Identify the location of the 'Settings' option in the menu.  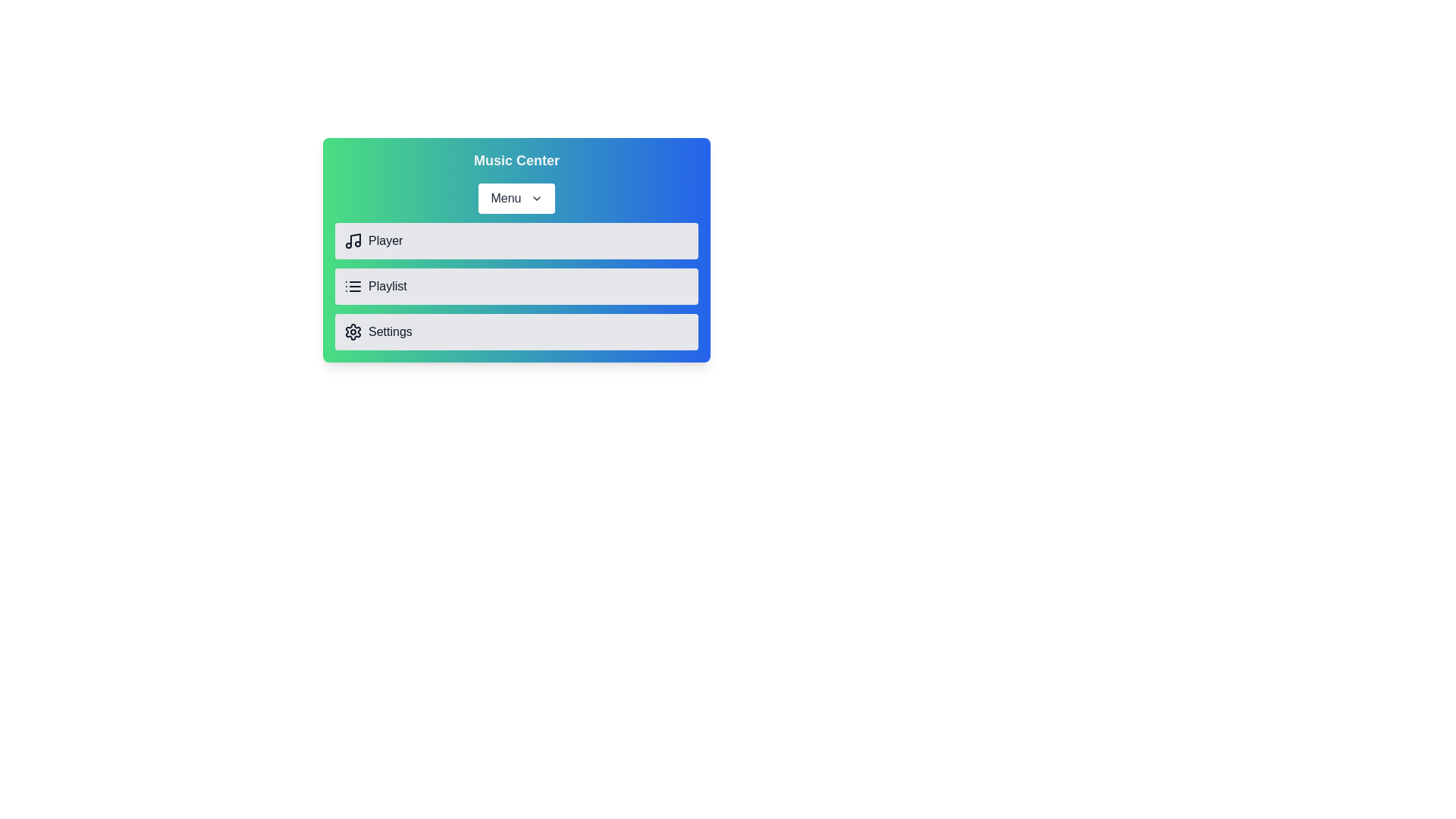
(516, 331).